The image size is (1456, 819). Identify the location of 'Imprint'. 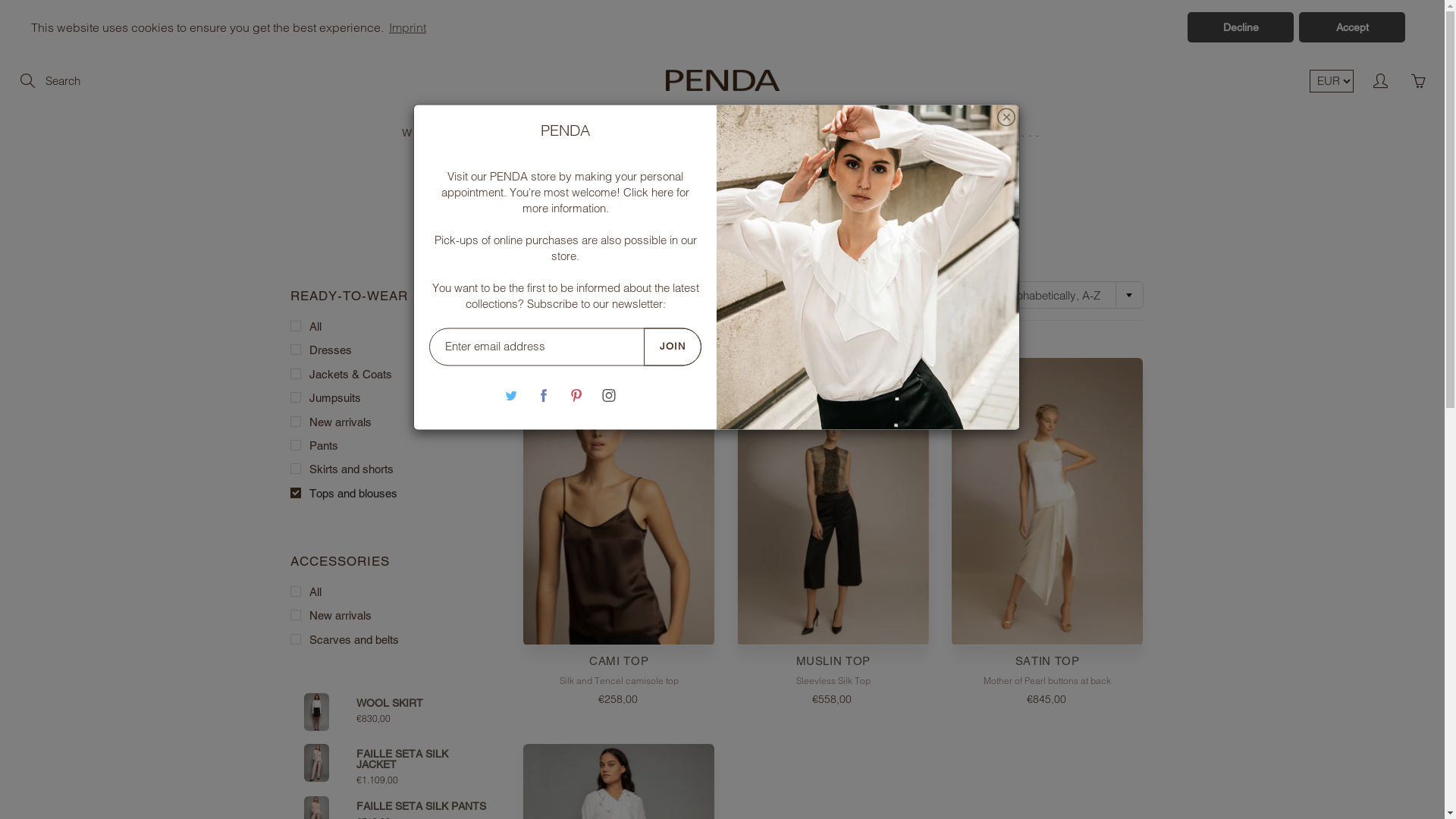
(407, 27).